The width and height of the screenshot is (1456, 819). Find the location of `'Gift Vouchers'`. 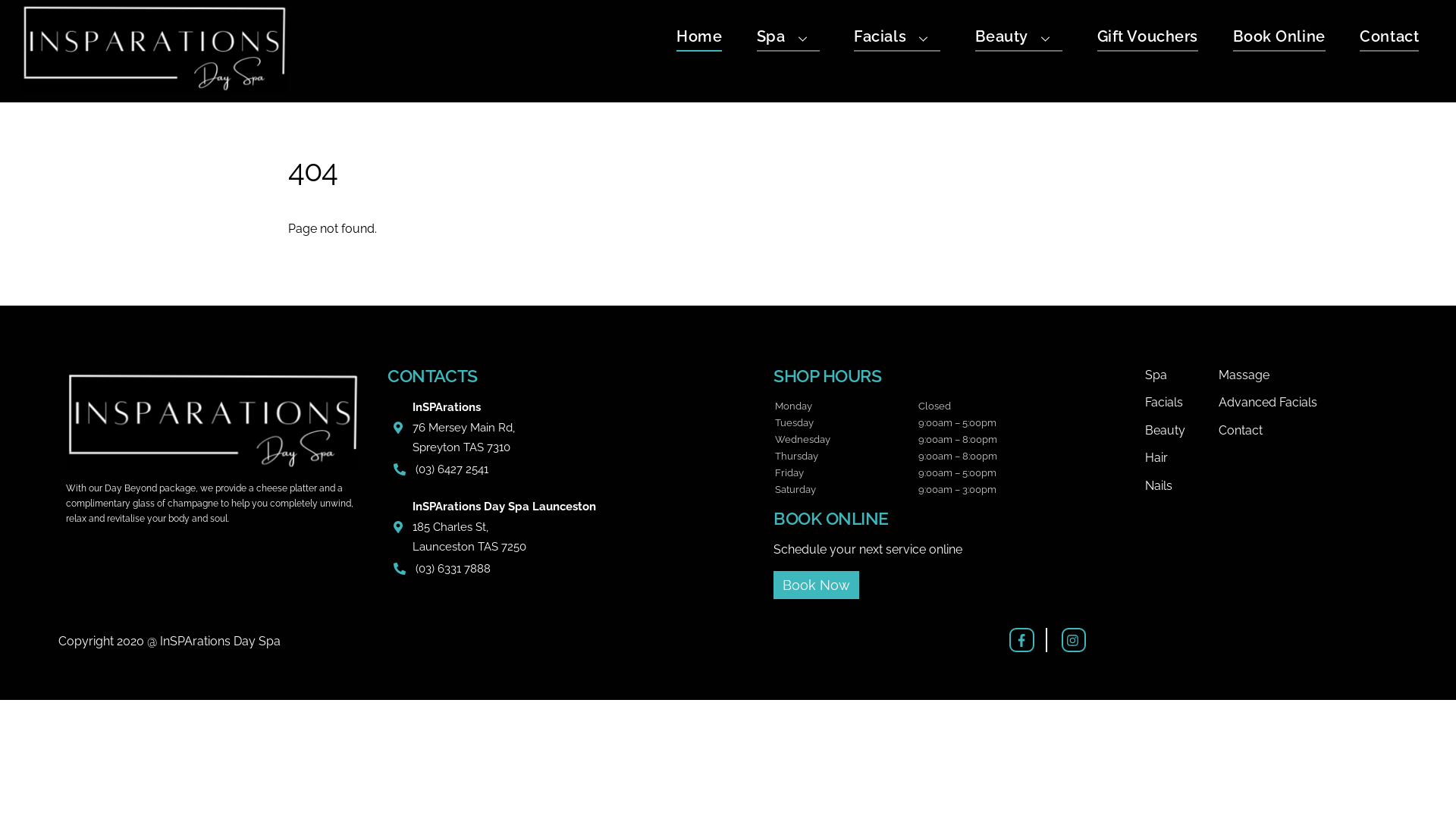

'Gift Vouchers' is located at coordinates (1097, 38).